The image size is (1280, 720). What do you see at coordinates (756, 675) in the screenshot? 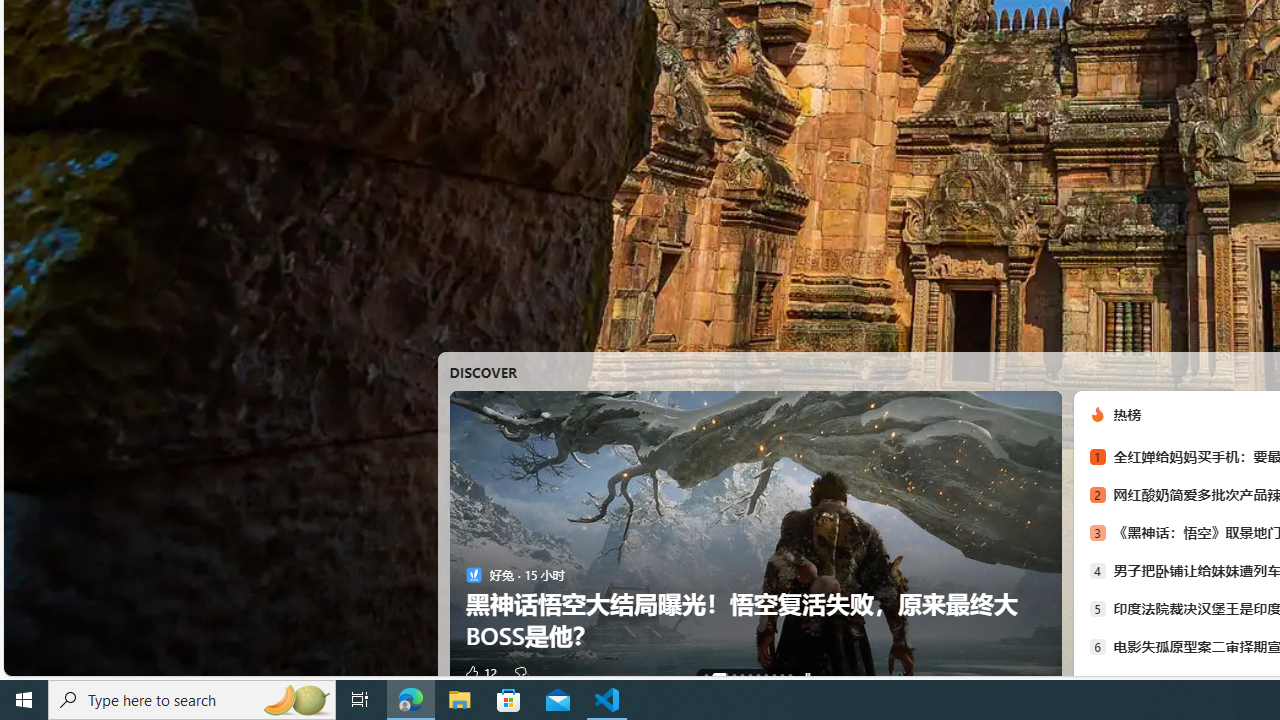
I see `'AutomationID: tab-5'` at bounding box center [756, 675].